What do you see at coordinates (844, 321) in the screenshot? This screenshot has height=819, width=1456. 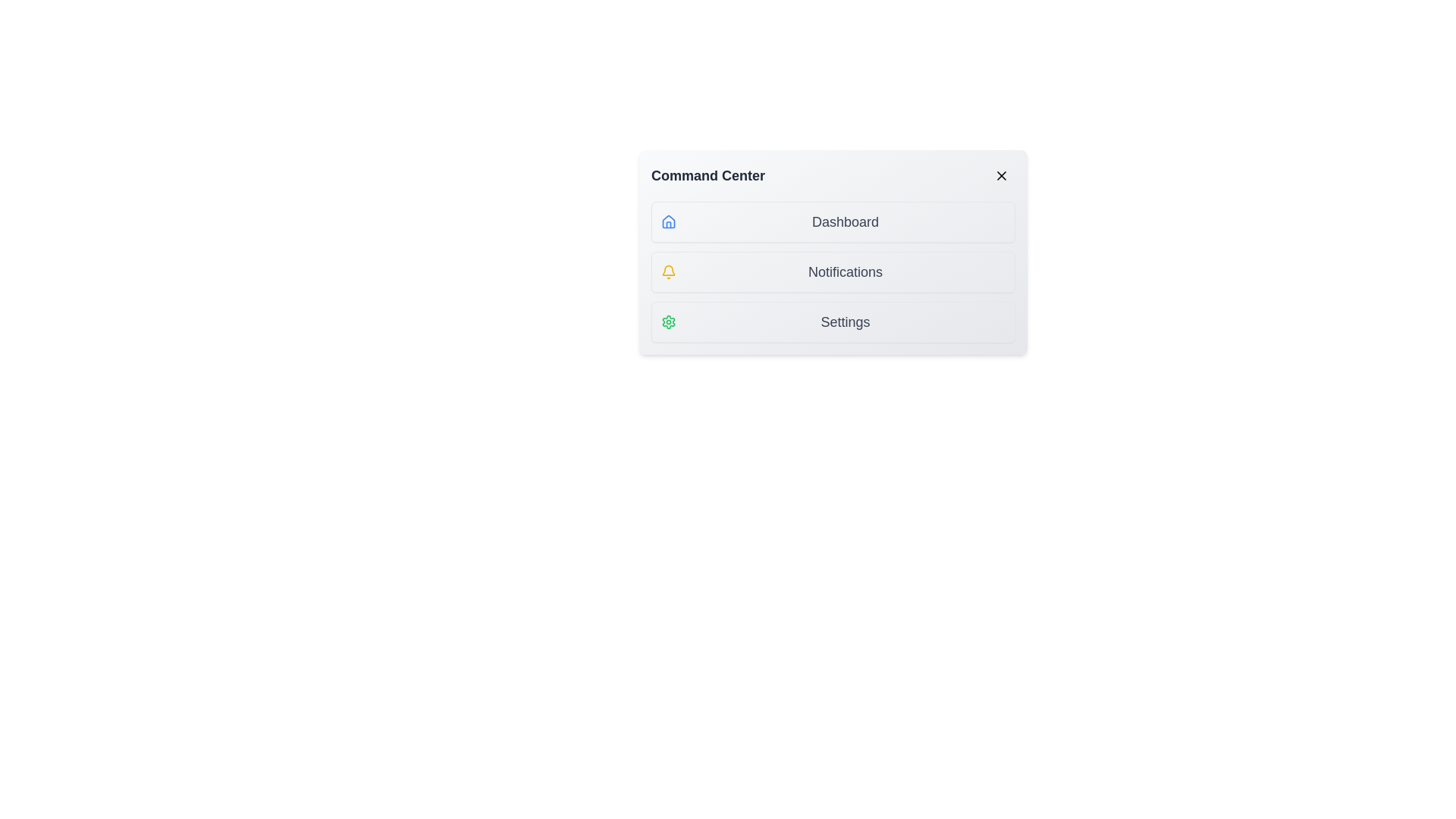 I see `the 'Settings' label, which is styled with a heading text size and gray color, located below 'Dashboard' and 'Notifications' in the Command Center section, accompanied by a gear icon` at bounding box center [844, 321].